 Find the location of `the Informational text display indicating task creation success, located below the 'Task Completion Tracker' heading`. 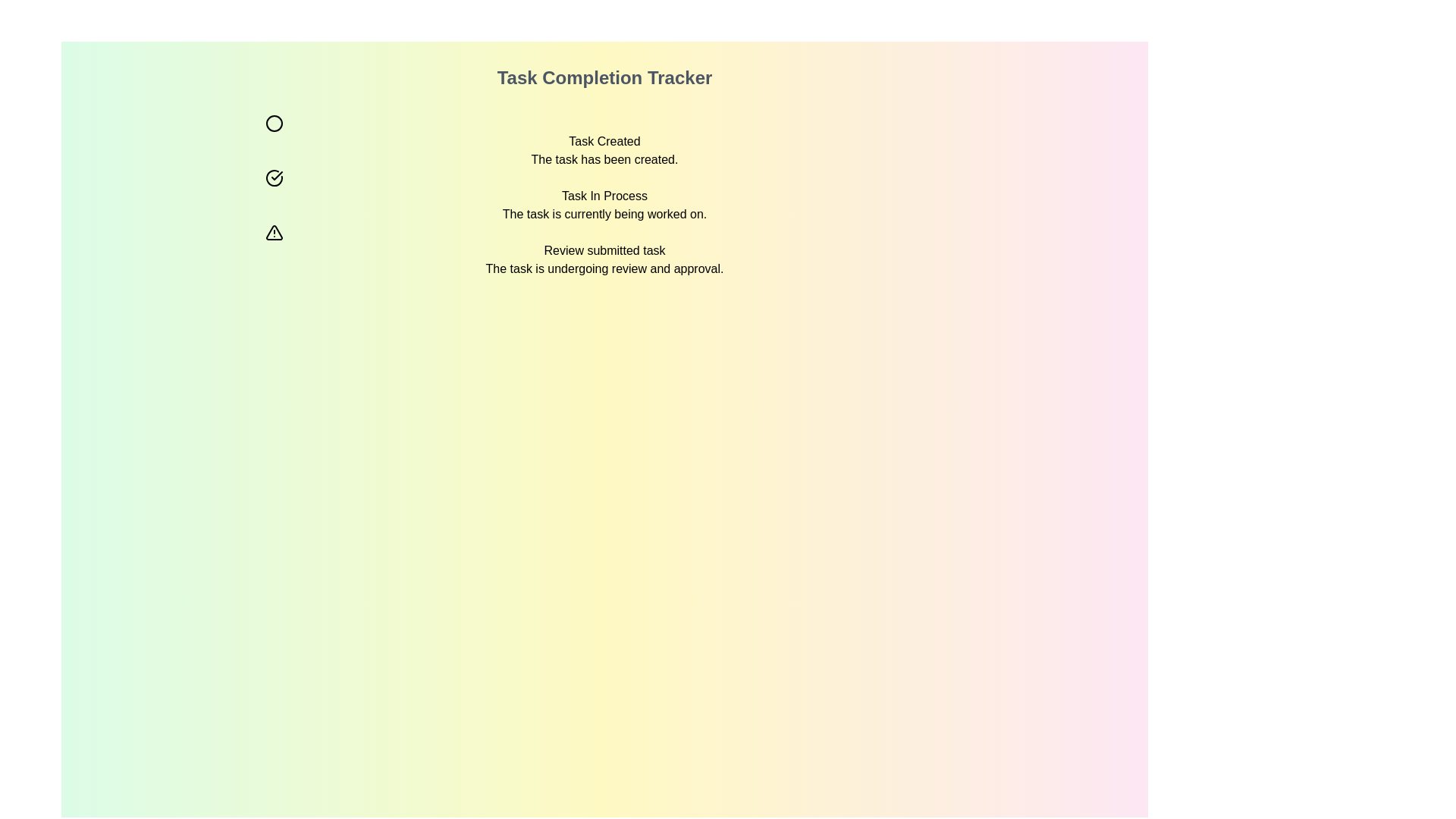

the Informational text display indicating task creation success, located below the 'Task Completion Tracker' heading is located at coordinates (604, 151).